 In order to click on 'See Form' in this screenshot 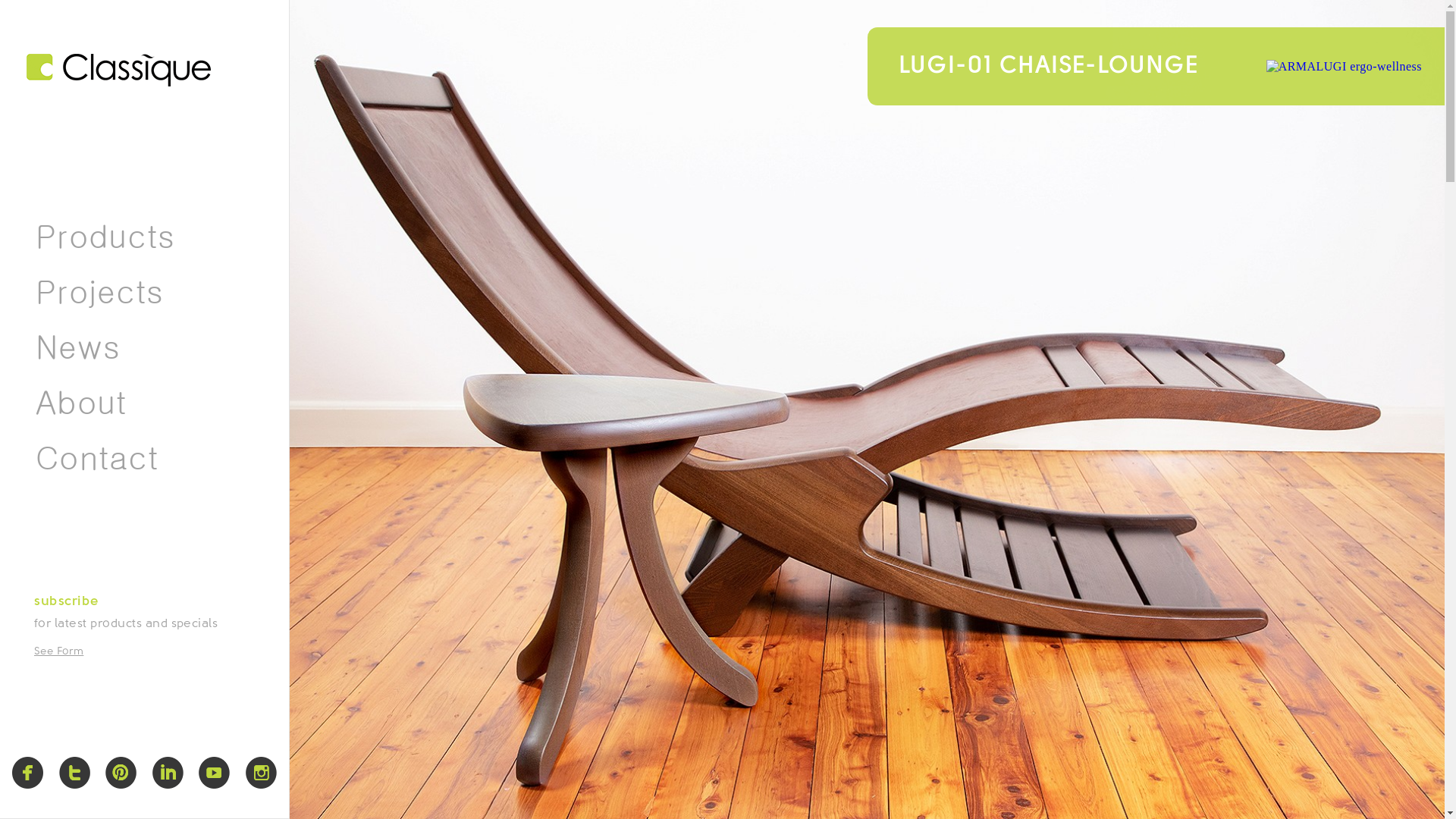, I will do `click(58, 651)`.